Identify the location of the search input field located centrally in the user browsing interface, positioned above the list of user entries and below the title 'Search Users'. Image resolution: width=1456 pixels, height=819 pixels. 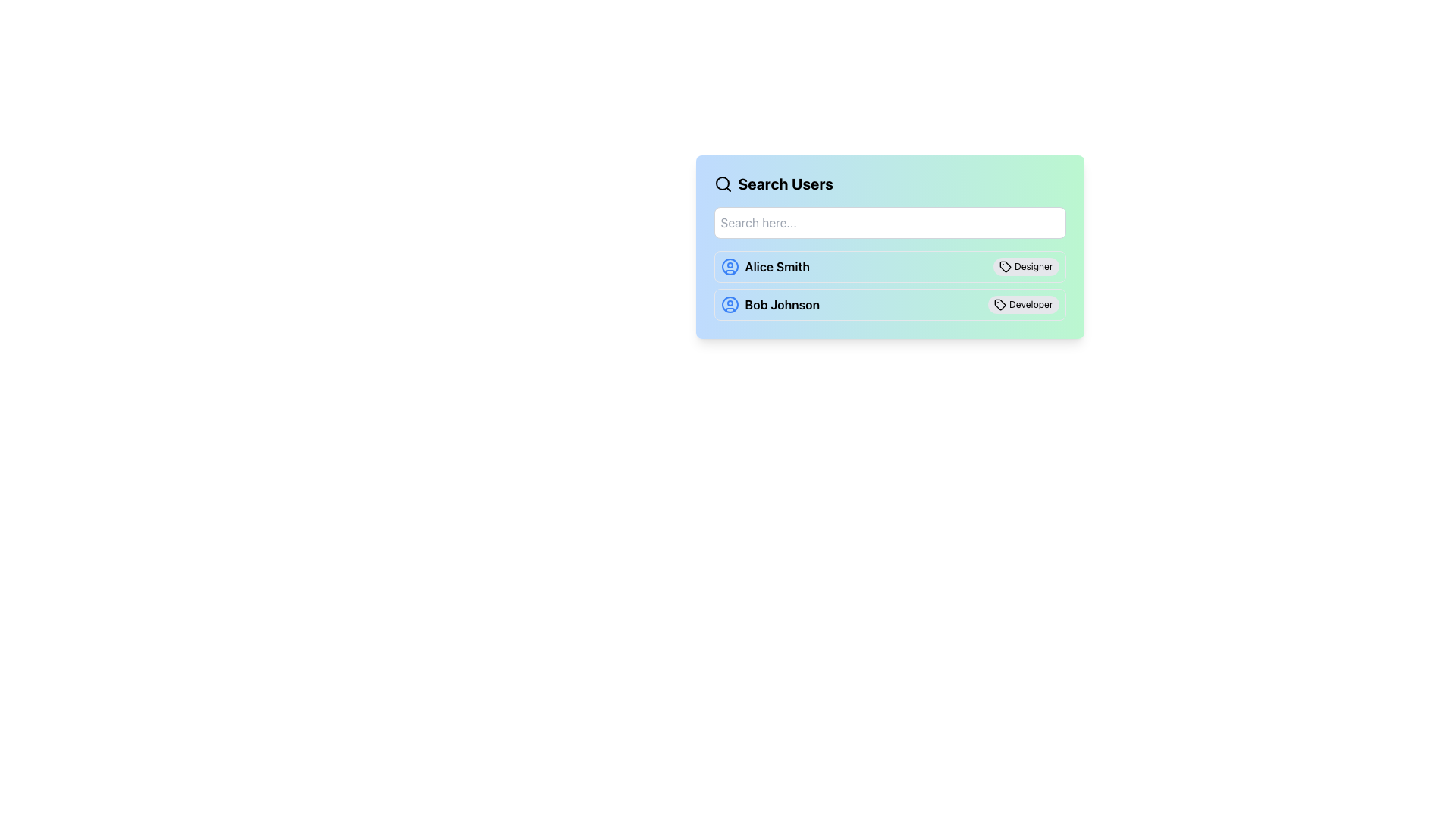
(890, 246).